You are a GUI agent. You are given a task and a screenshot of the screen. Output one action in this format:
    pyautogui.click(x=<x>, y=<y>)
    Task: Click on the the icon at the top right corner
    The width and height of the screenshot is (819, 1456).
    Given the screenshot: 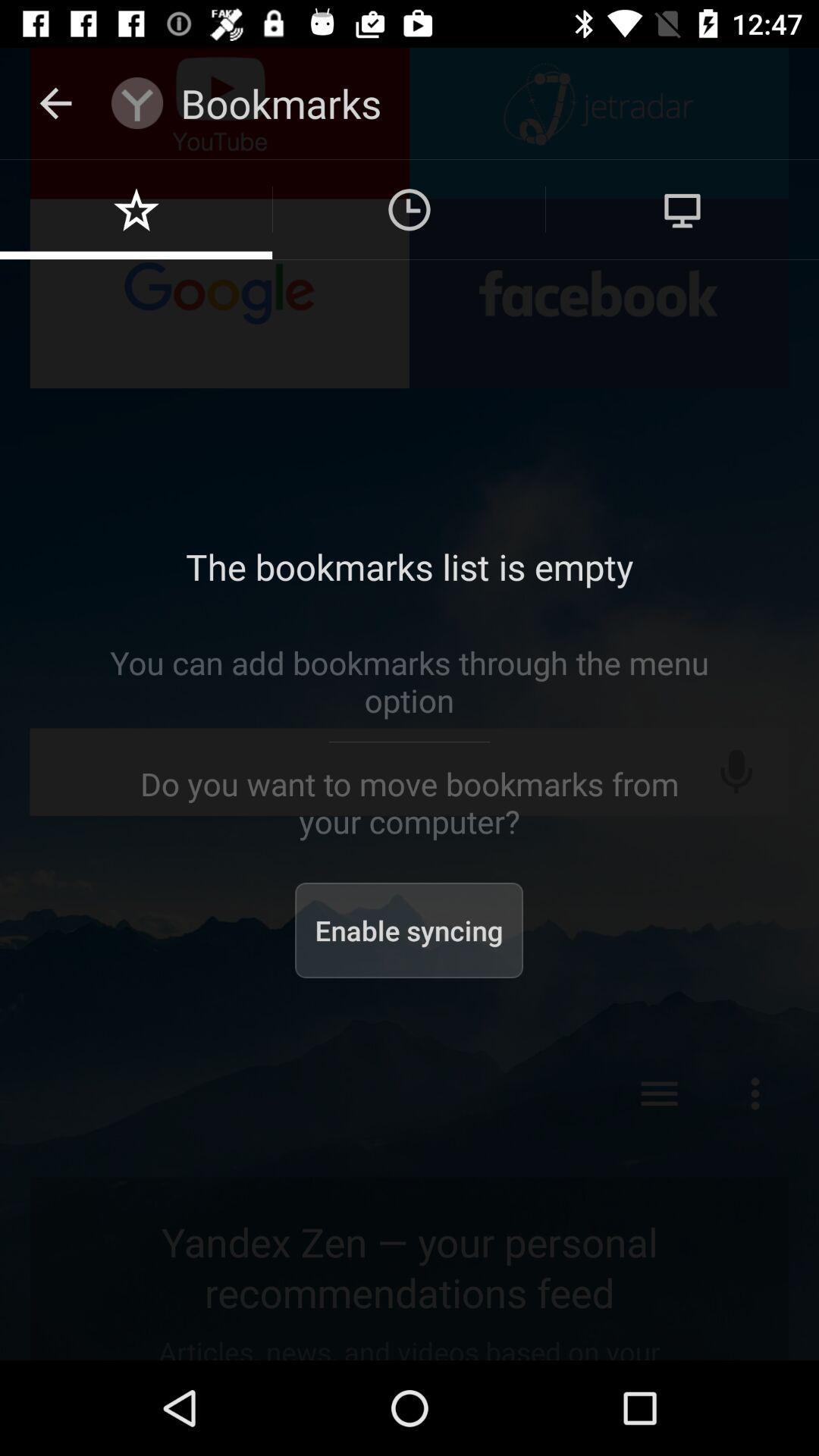 What is the action you would take?
    pyautogui.click(x=681, y=209)
    